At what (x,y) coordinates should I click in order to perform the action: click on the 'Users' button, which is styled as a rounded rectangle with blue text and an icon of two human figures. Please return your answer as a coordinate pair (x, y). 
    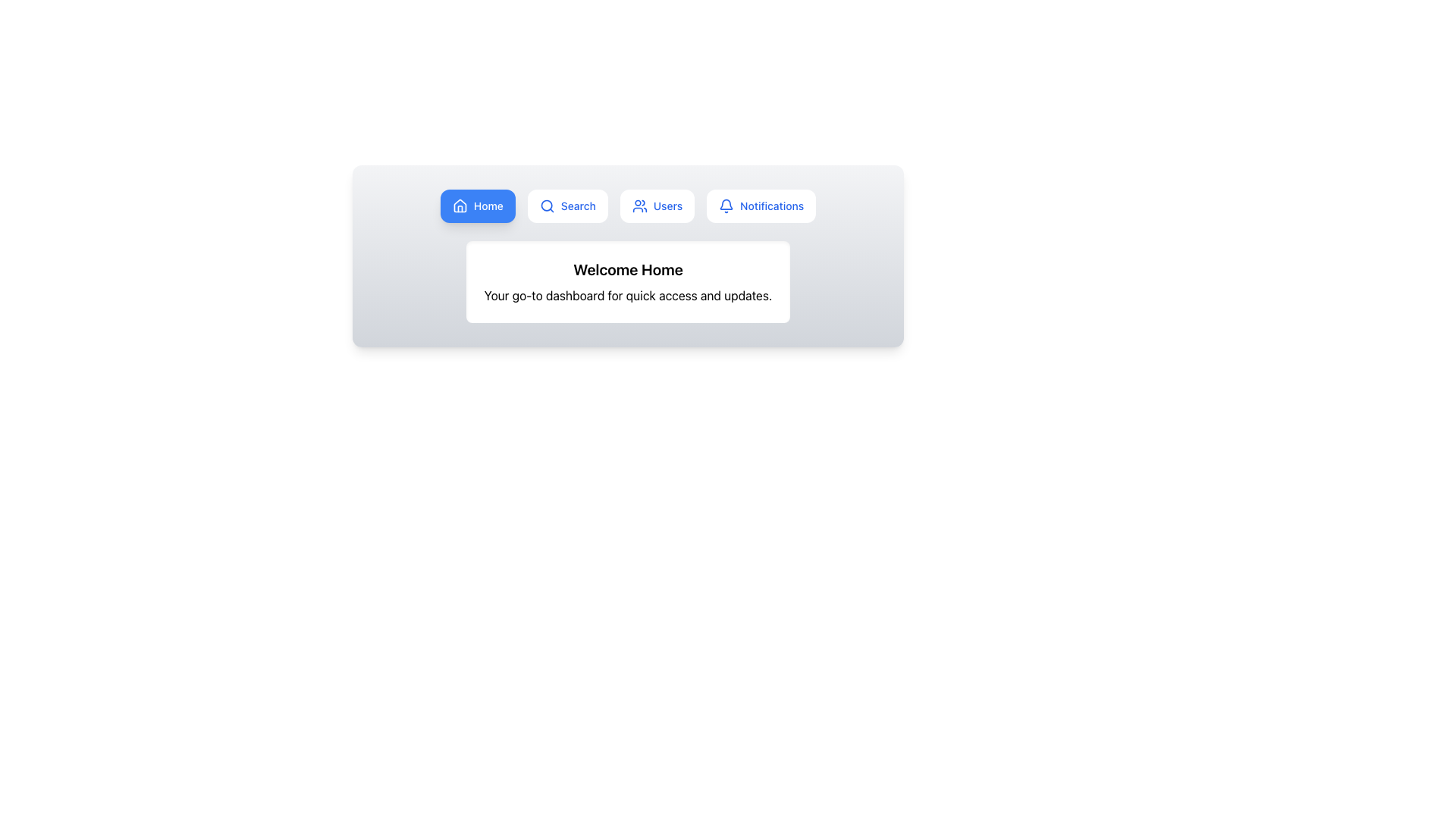
    Looking at the image, I should click on (657, 206).